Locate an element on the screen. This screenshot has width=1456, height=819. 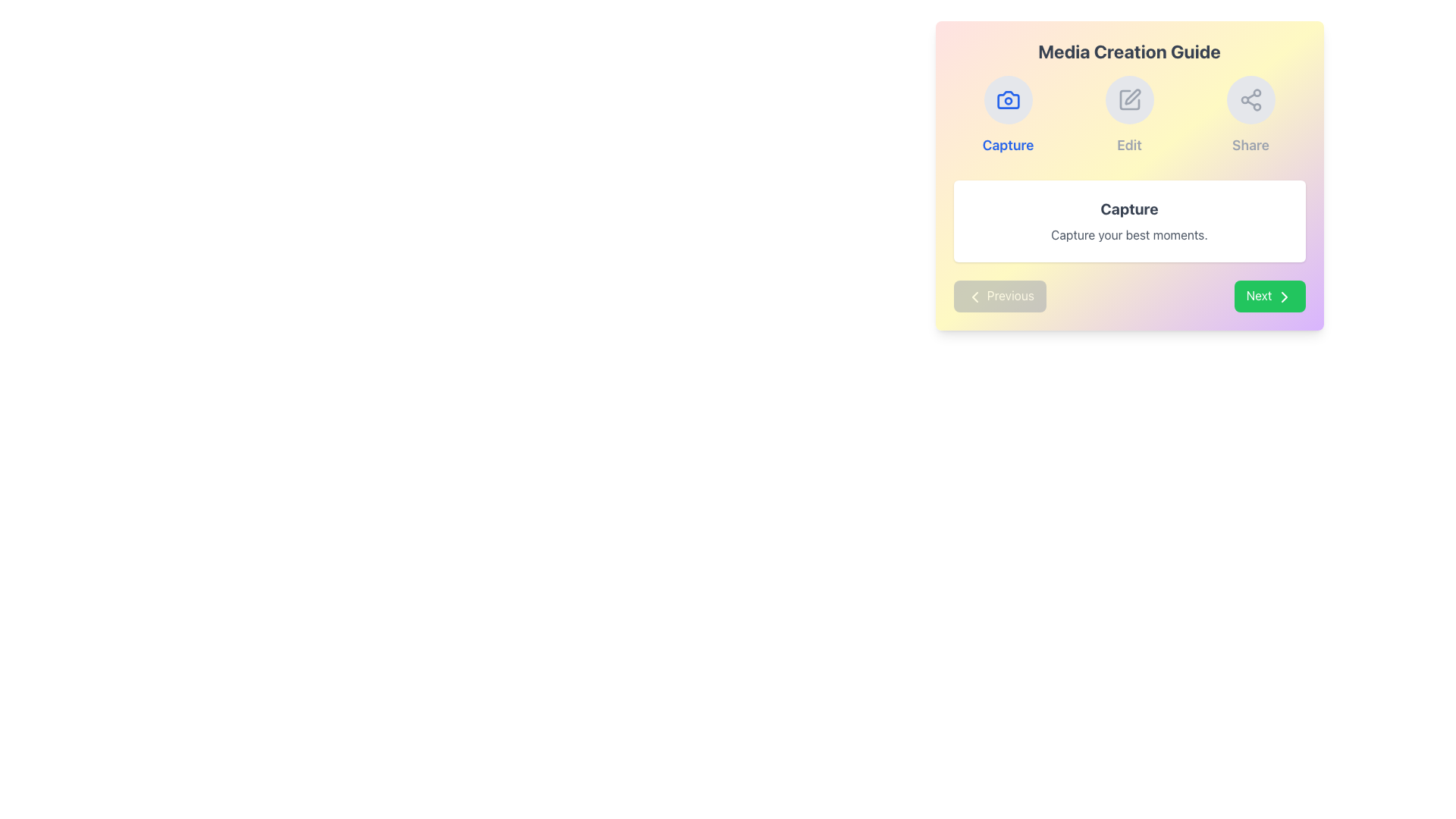
the camera icon located in the top left section of the 'Media Creation Guide' card, which has a blue background and a minimalistic outline design is located at coordinates (1008, 99).